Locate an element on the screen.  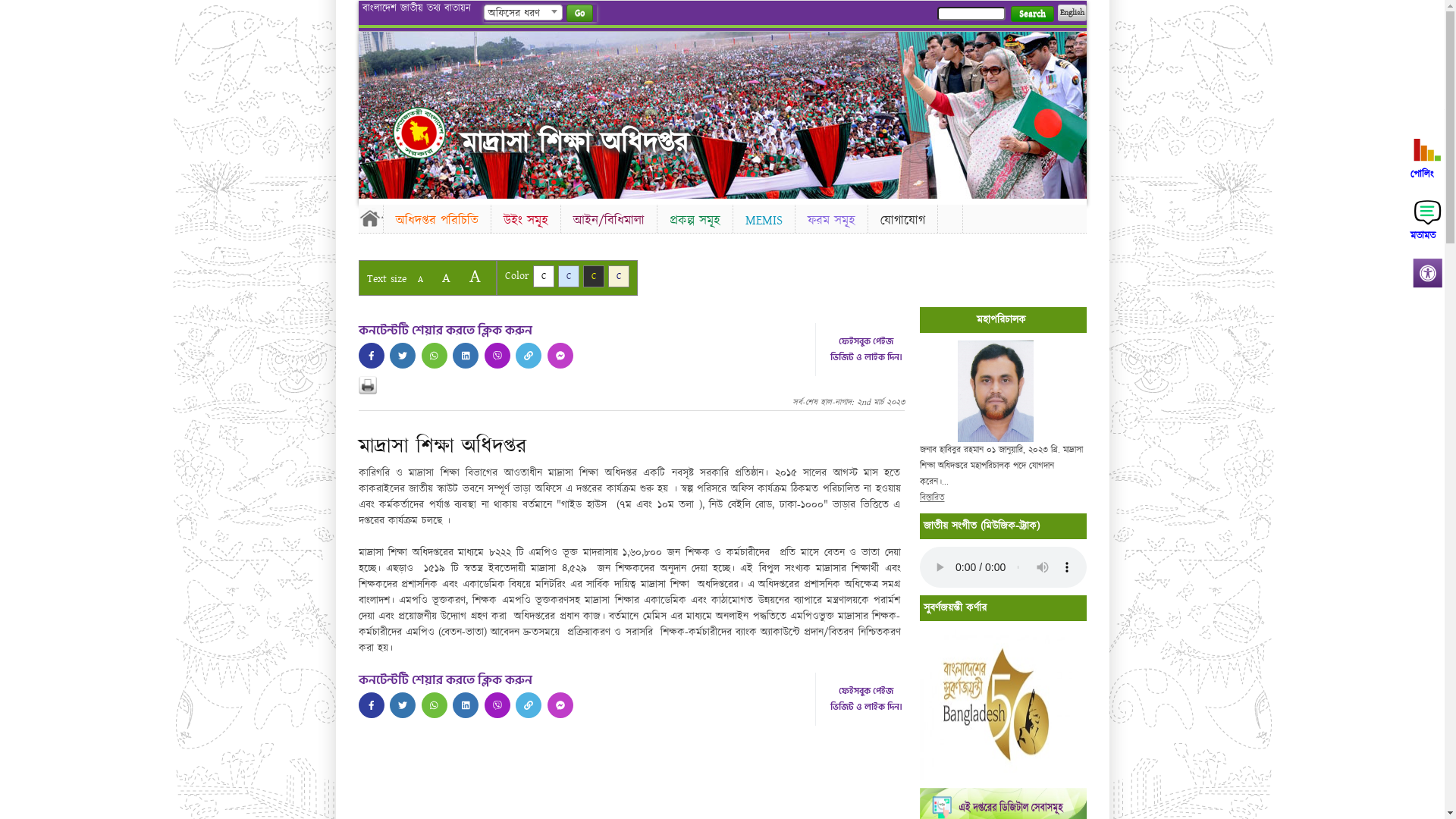
'Next' is located at coordinates (1070, 110).